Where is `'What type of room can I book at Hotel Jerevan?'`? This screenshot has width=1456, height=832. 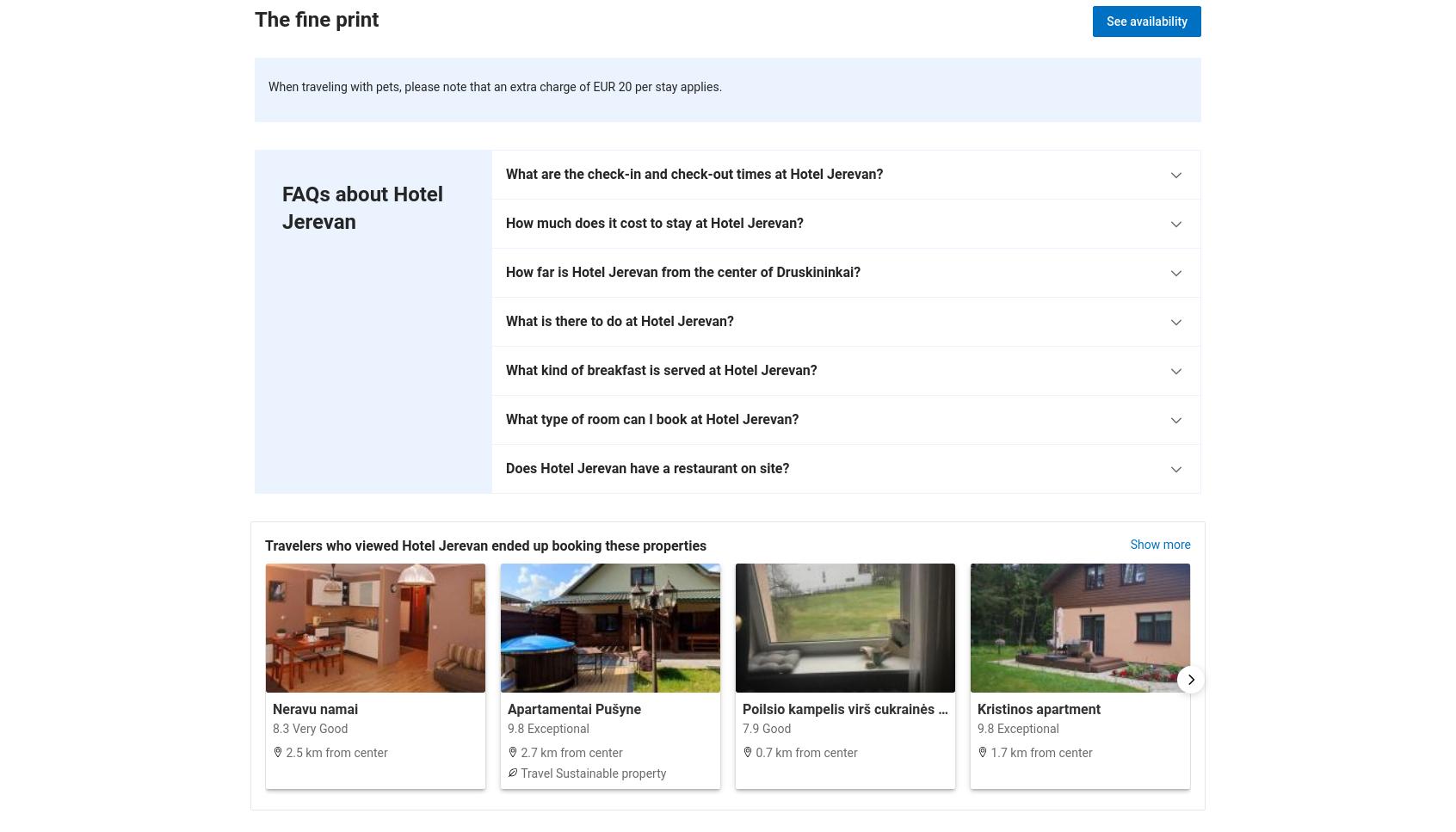
'What type of room can I book at Hotel Jerevan?' is located at coordinates (651, 417).